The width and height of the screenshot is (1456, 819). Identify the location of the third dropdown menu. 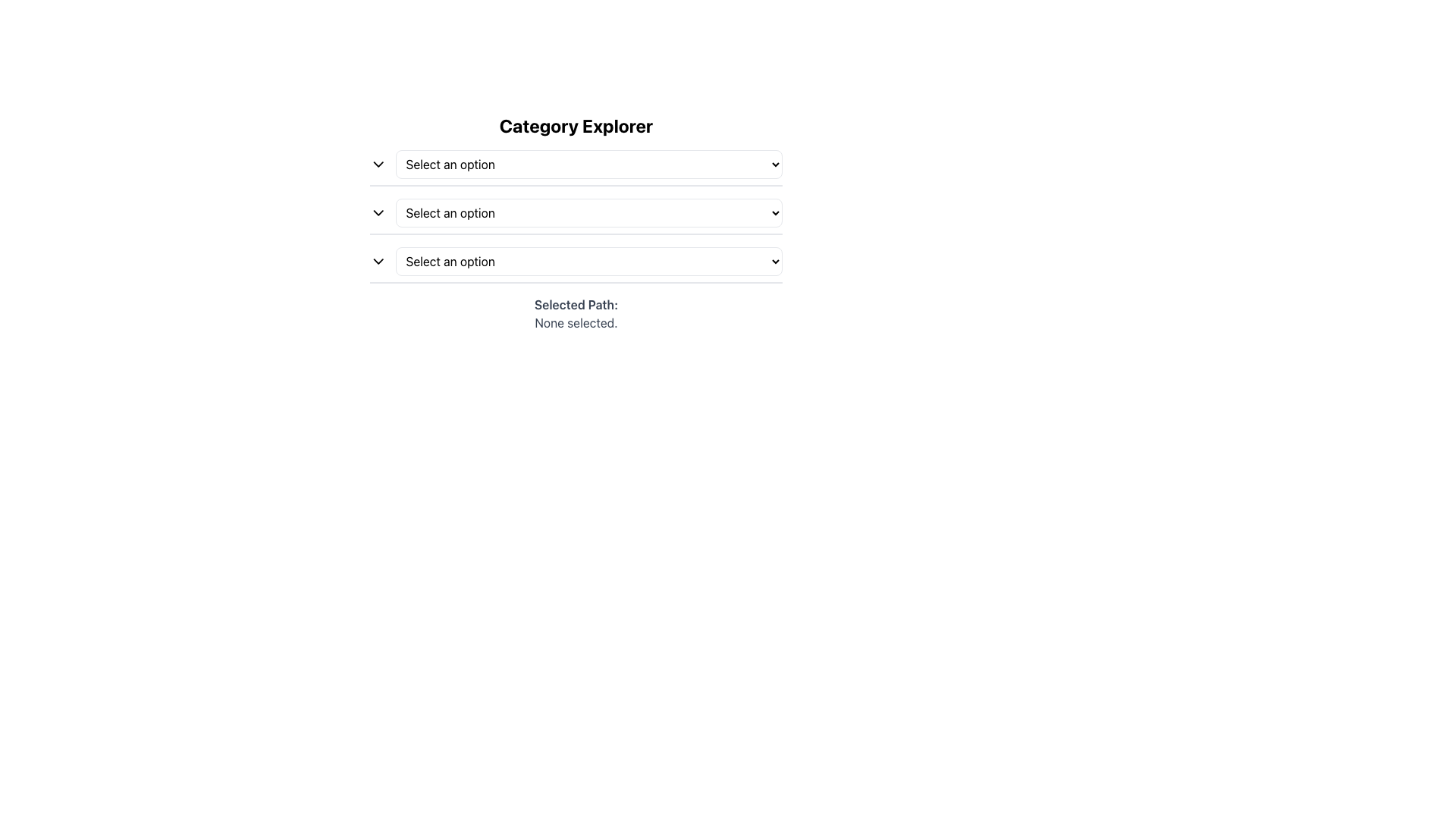
(588, 260).